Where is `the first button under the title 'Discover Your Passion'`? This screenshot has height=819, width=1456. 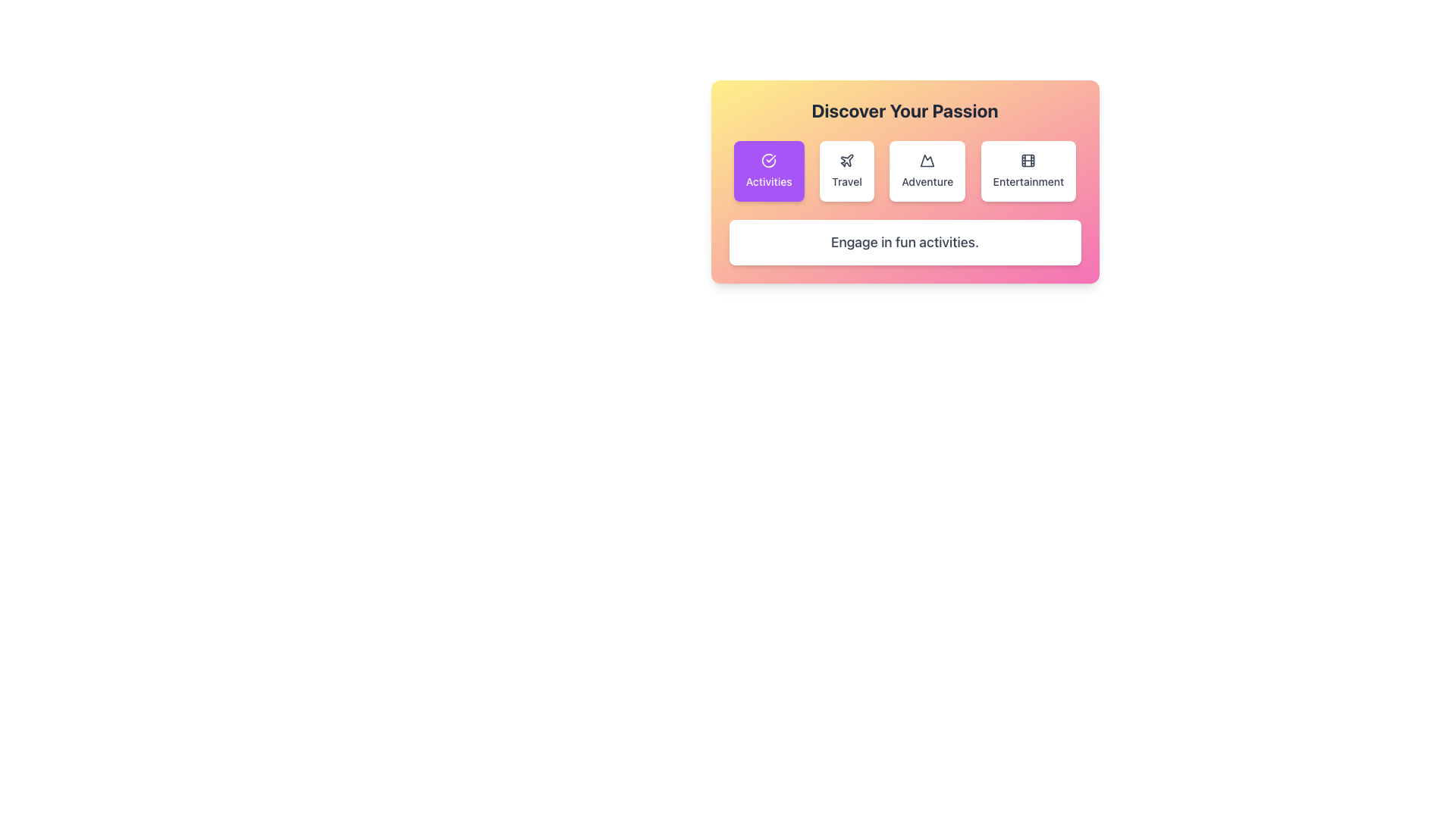
the first button under the title 'Discover Your Passion' is located at coordinates (768, 171).